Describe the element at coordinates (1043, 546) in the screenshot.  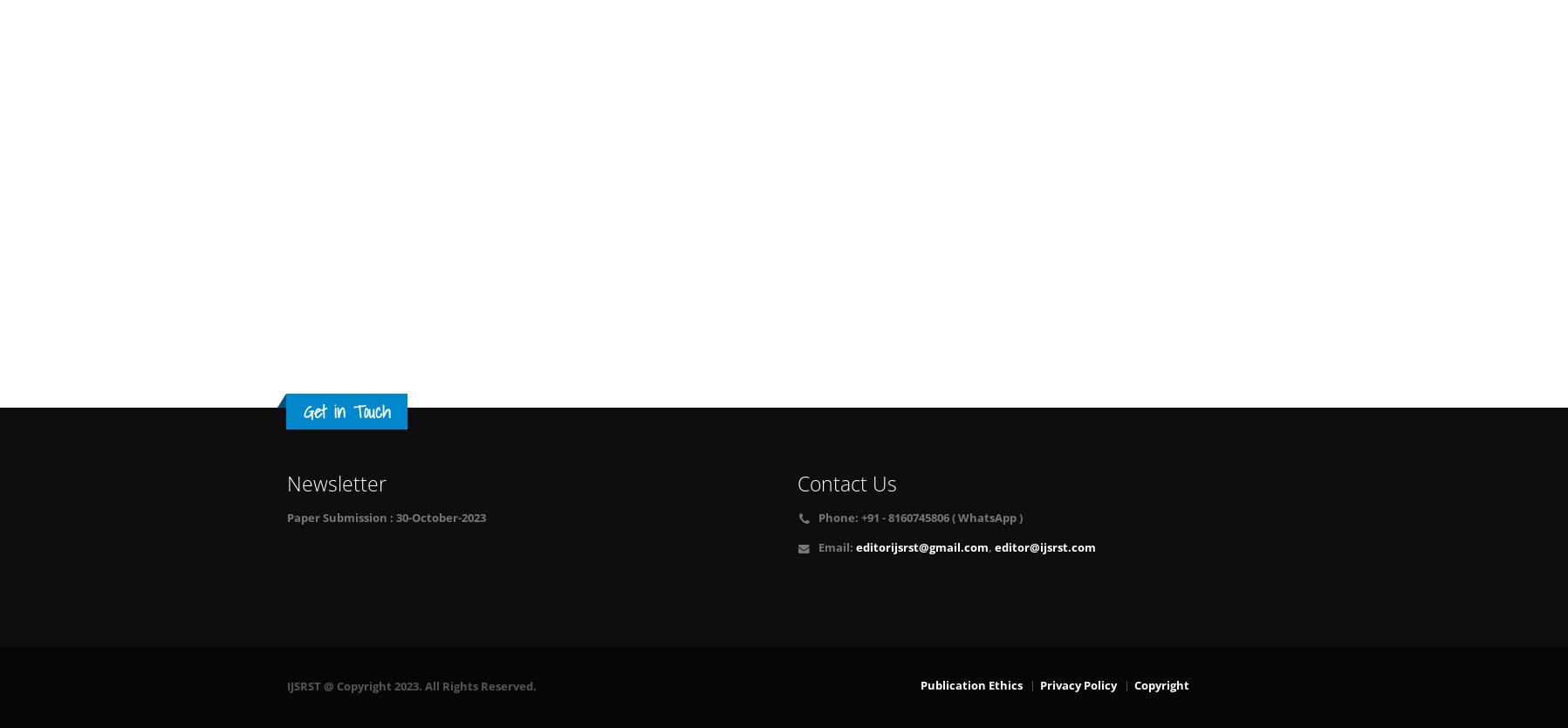
I see `'editor@ijsrst.com'` at that location.